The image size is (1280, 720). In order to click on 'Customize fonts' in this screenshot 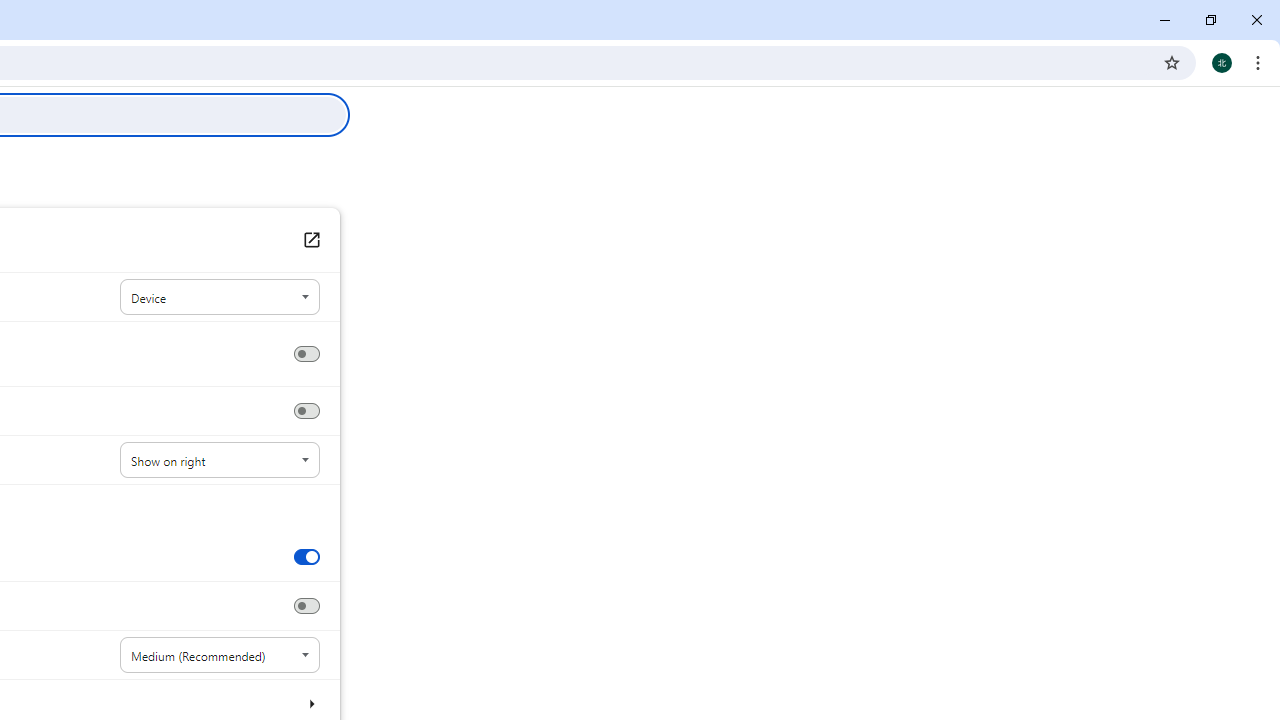, I will do `click(310, 702)`.